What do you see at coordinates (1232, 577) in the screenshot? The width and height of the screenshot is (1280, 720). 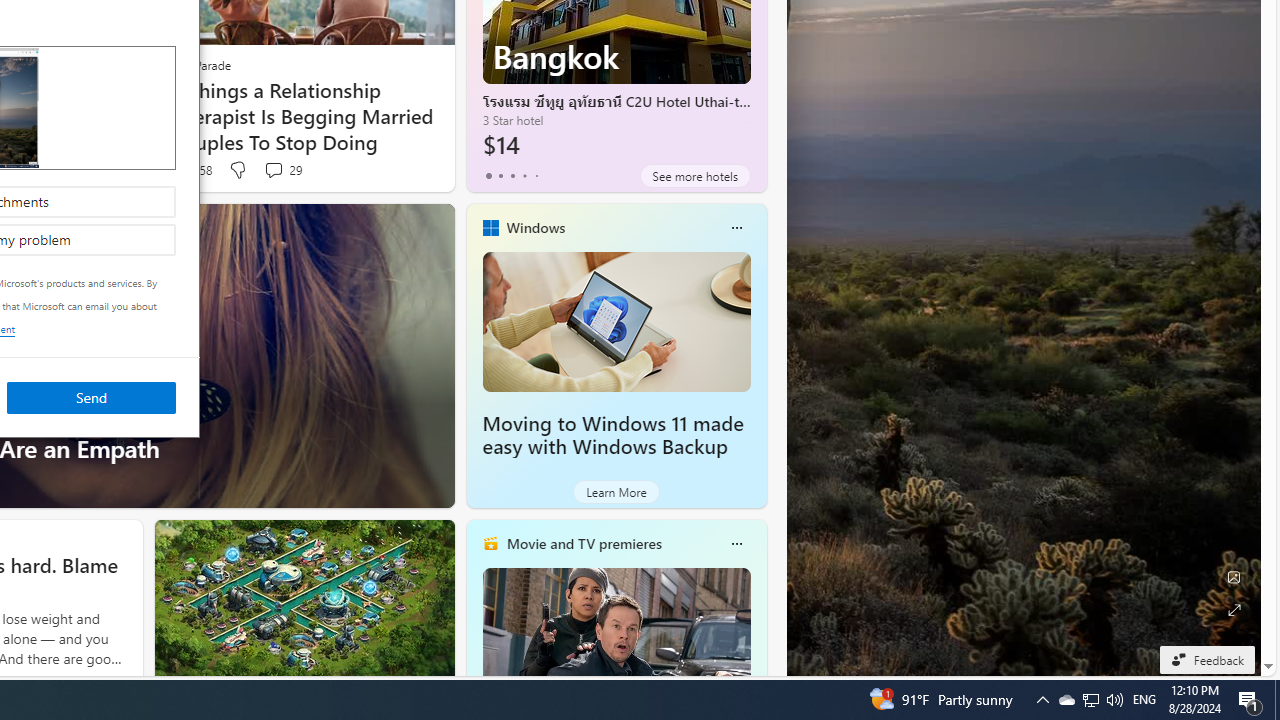 I see `'Edit Background'` at bounding box center [1232, 577].